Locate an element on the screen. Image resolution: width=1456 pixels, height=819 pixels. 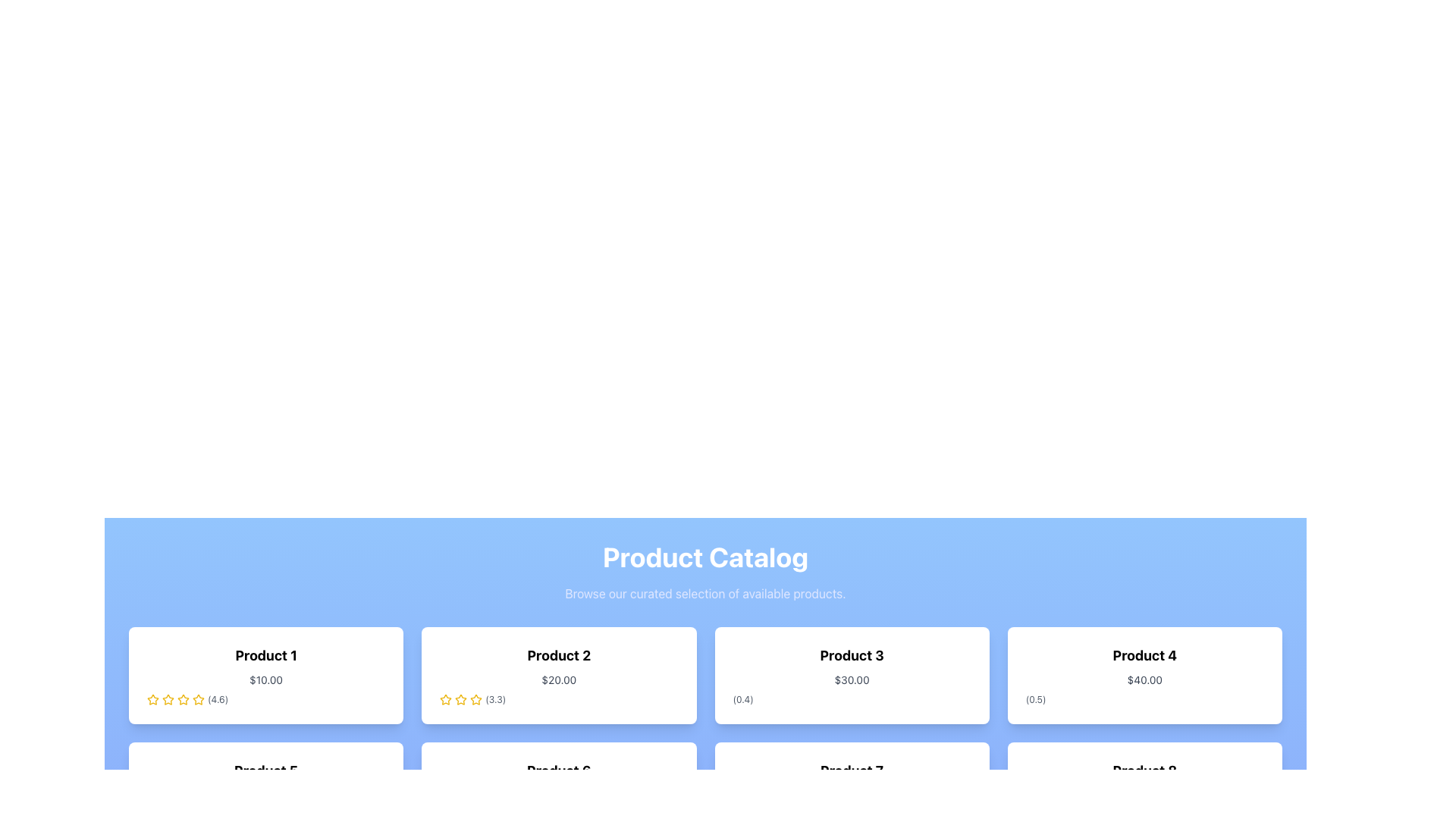
the card labeled 'Product 2', which is the second card in a grid of product cards is located at coordinates (558, 675).